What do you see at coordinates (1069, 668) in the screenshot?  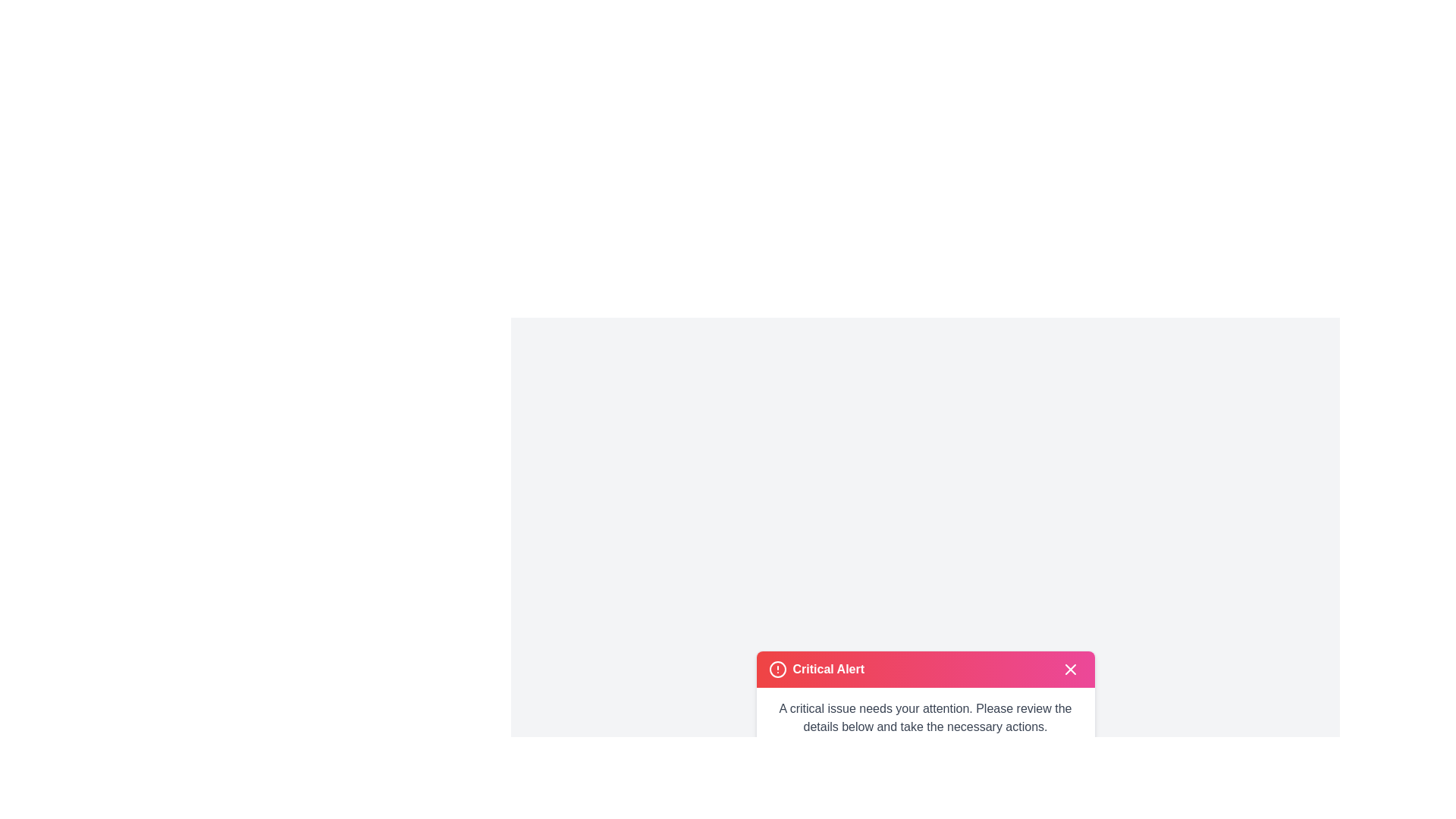 I see `the circular red button with a white 'X' icon located in the critical alert notification bar at the top-right corner` at bounding box center [1069, 668].